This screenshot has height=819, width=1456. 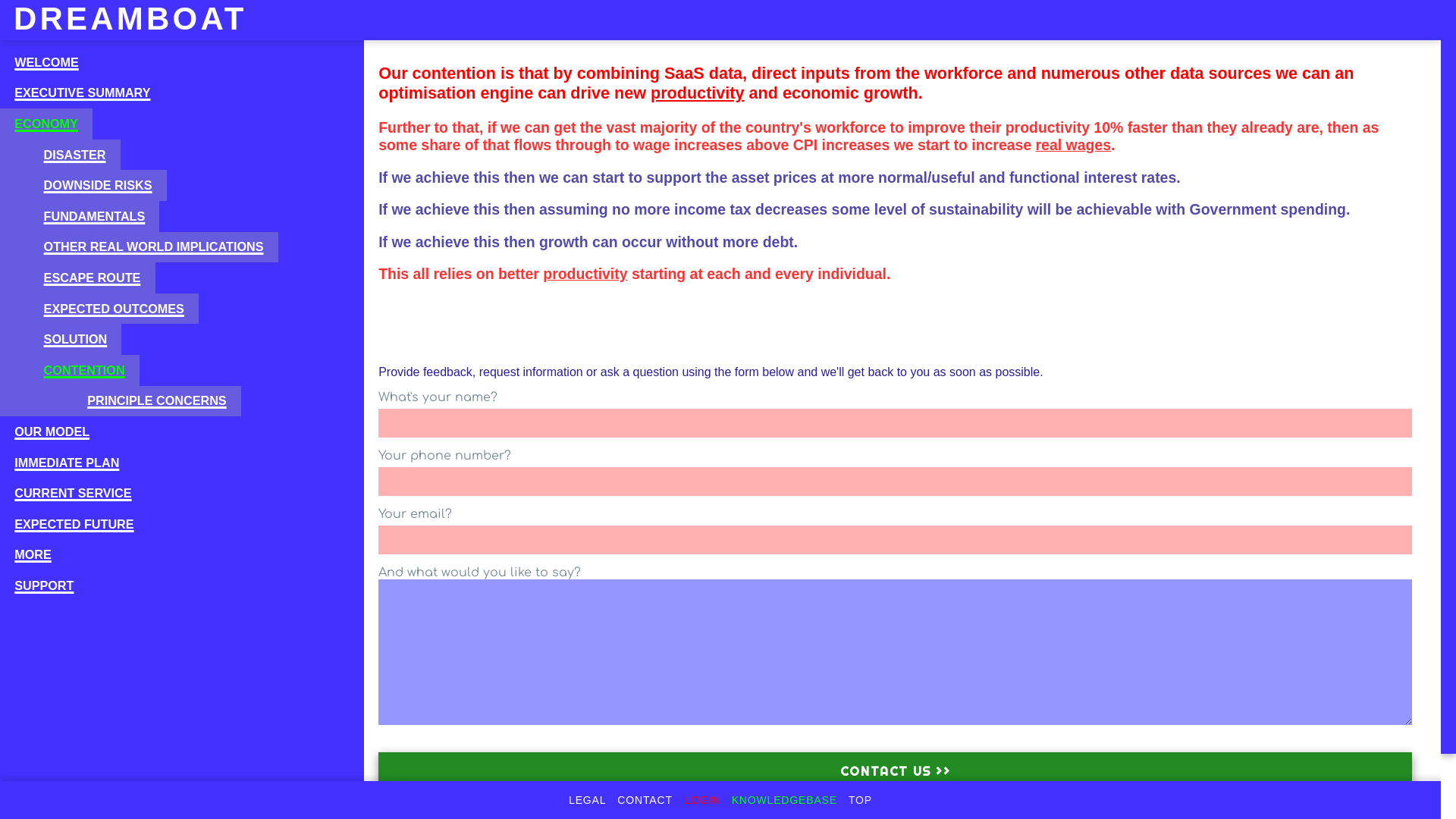 What do you see at coordinates (645, 799) in the screenshot?
I see `'CONTACT'` at bounding box center [645, 799].